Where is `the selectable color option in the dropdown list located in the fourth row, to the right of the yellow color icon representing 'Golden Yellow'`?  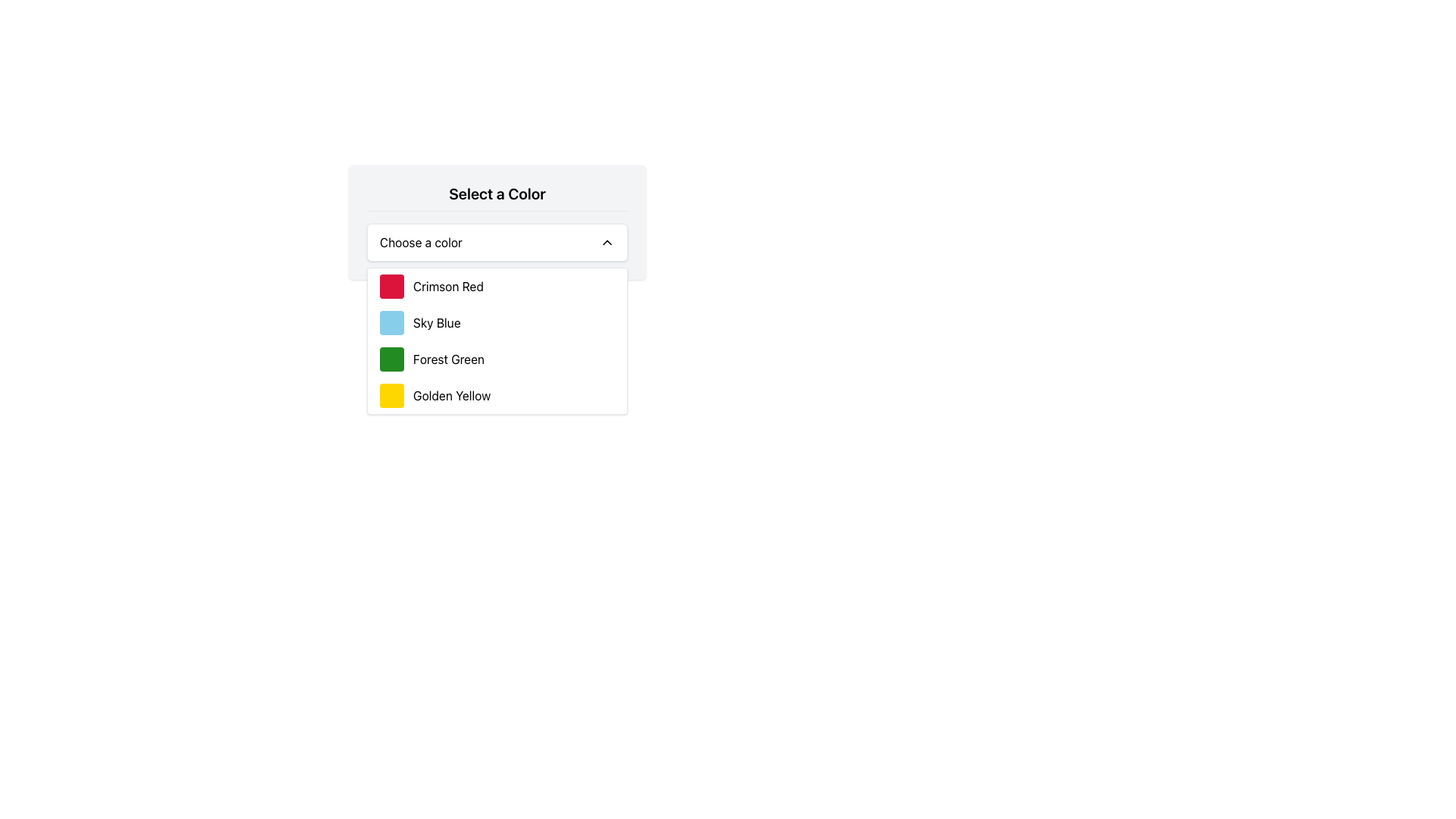 the selectable color option in the dropdown list located in the fourth row, to the right of the yellow color icon representing 'Golden Yellow' is located at coordinates (450, 394).